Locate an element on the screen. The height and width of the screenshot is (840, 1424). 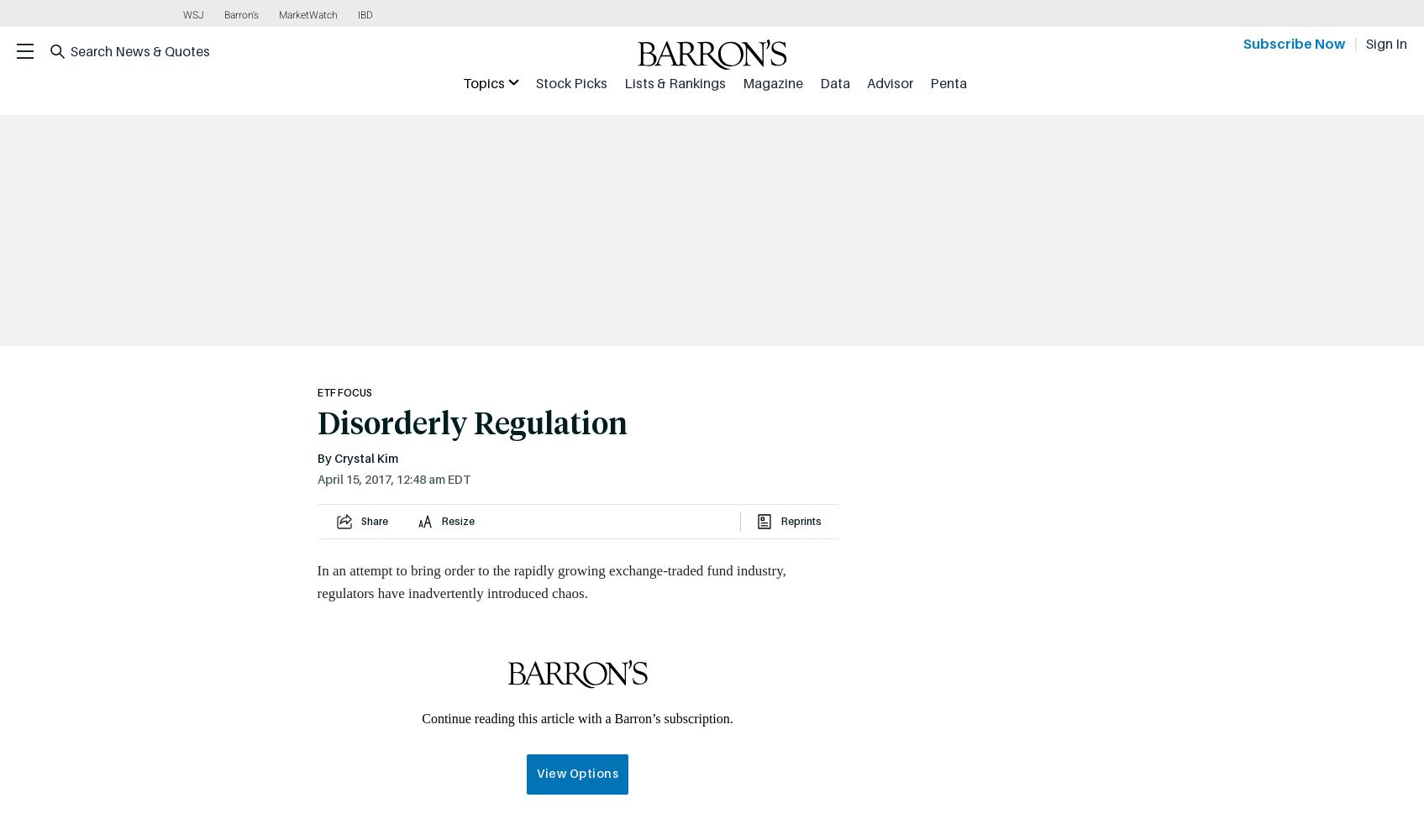
'Data' is located at coordinates (818, 82).